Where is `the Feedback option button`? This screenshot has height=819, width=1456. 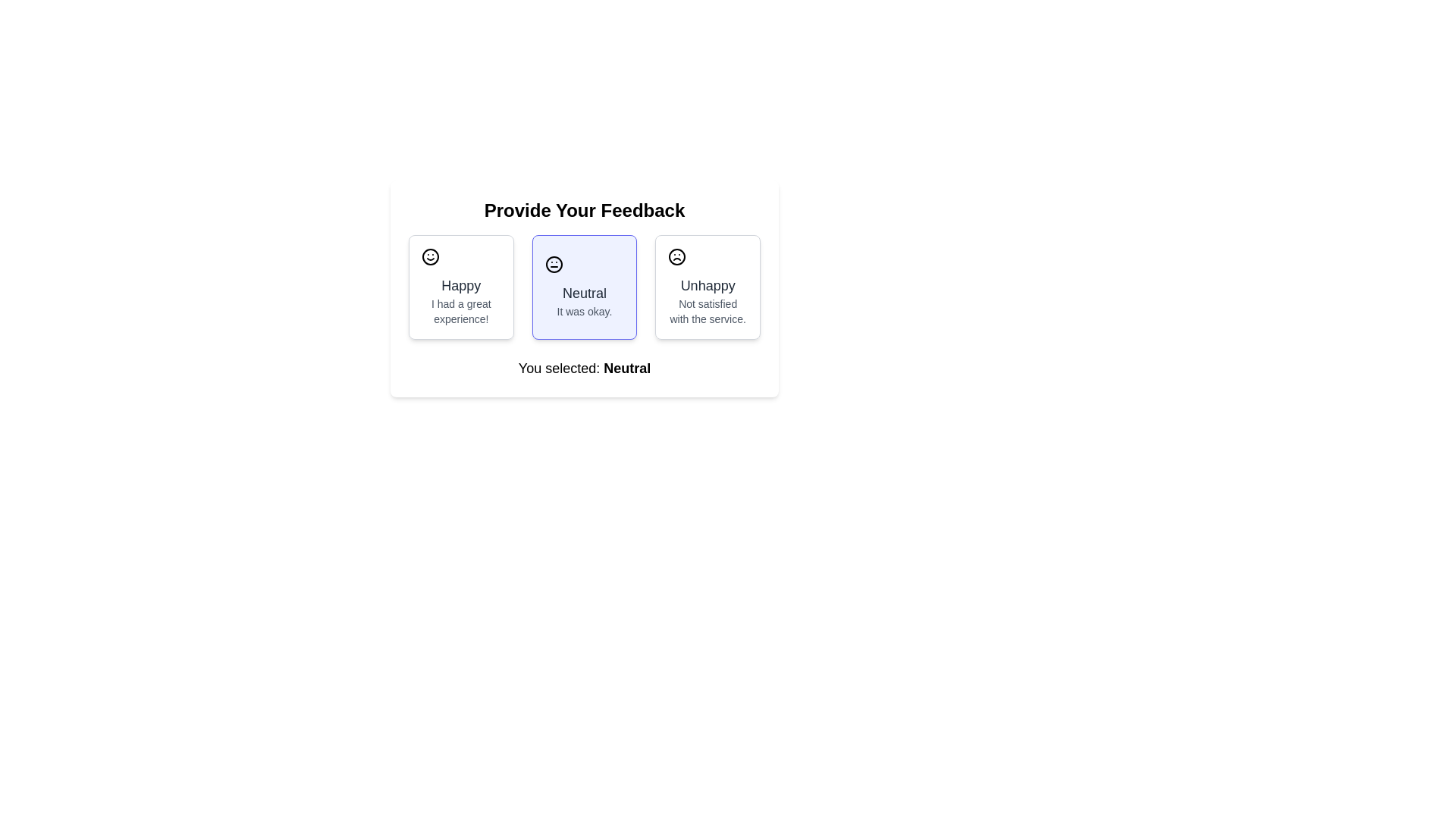
the Feedback option button is located at coordinates (584, 287).